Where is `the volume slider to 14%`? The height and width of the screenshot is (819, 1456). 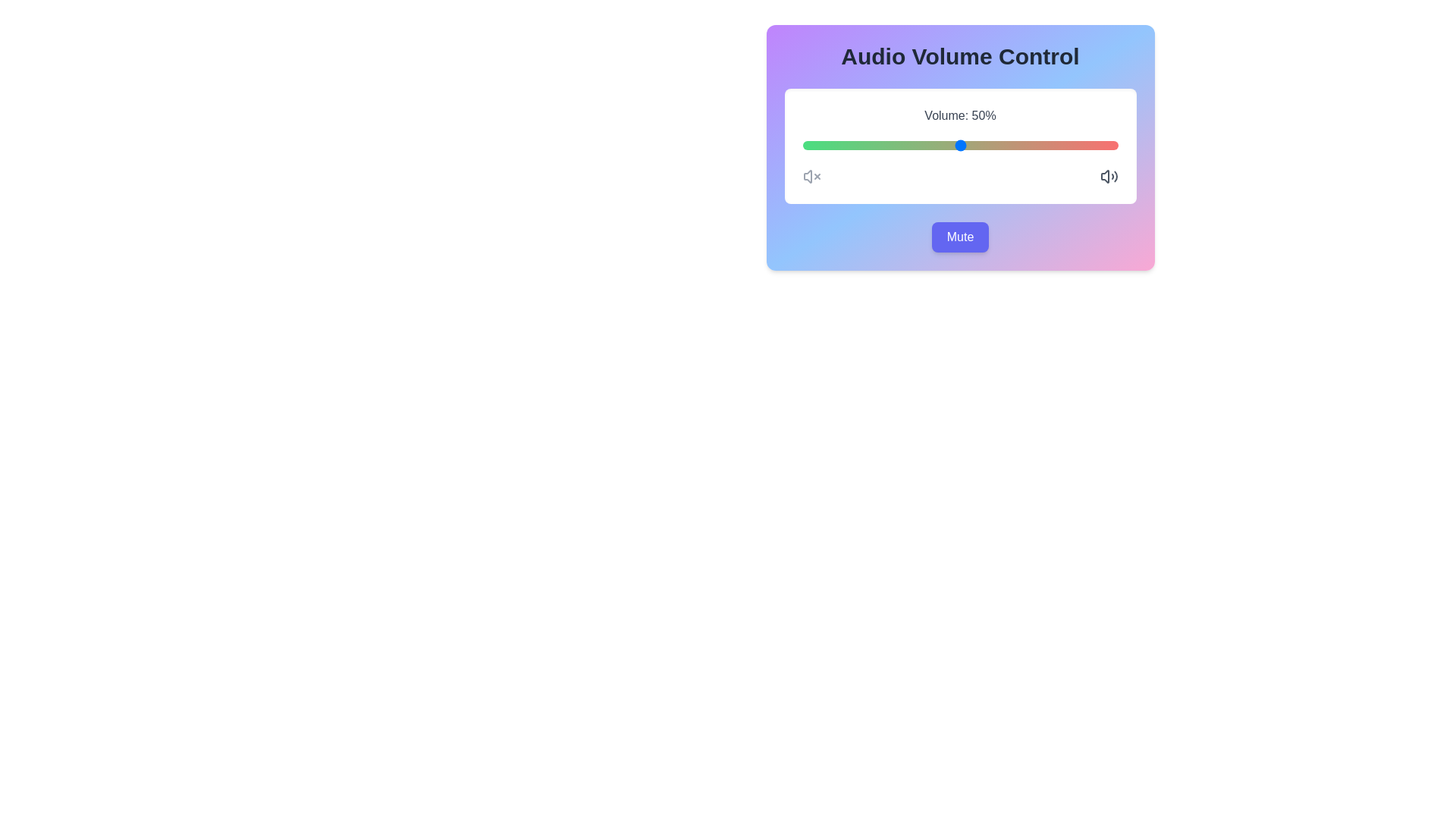
the volume slider to 14% is located at coordinates (846, 146).